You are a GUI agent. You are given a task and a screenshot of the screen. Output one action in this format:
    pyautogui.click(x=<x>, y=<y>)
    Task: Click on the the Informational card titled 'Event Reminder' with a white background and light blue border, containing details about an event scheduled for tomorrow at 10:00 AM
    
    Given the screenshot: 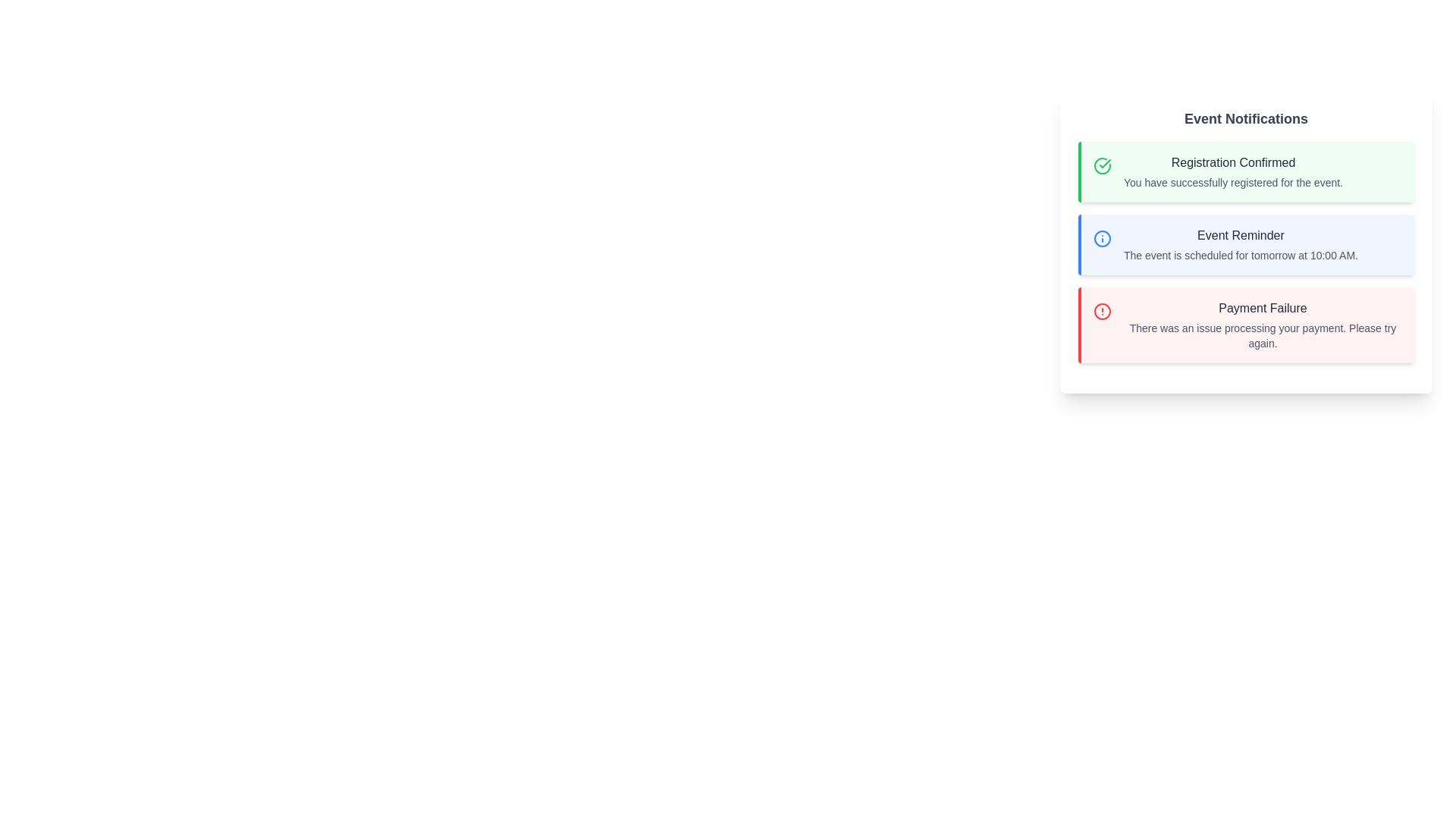 What is the action you would take?
    pyautogui.click(x=1246, y=241)
    